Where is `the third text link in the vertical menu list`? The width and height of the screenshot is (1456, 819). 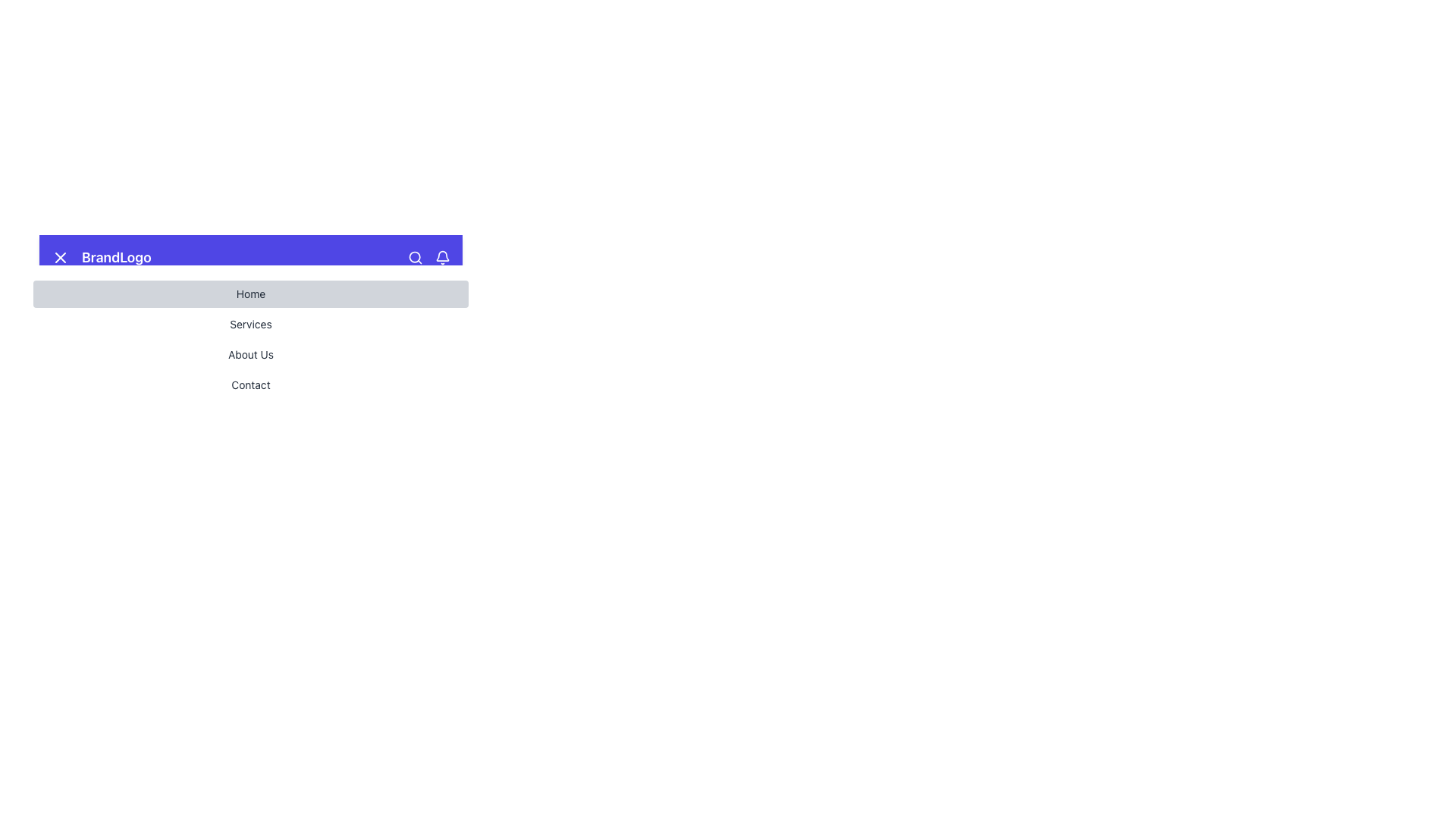 the third text link in the vertical menu list is located at coordinates (251, 354).